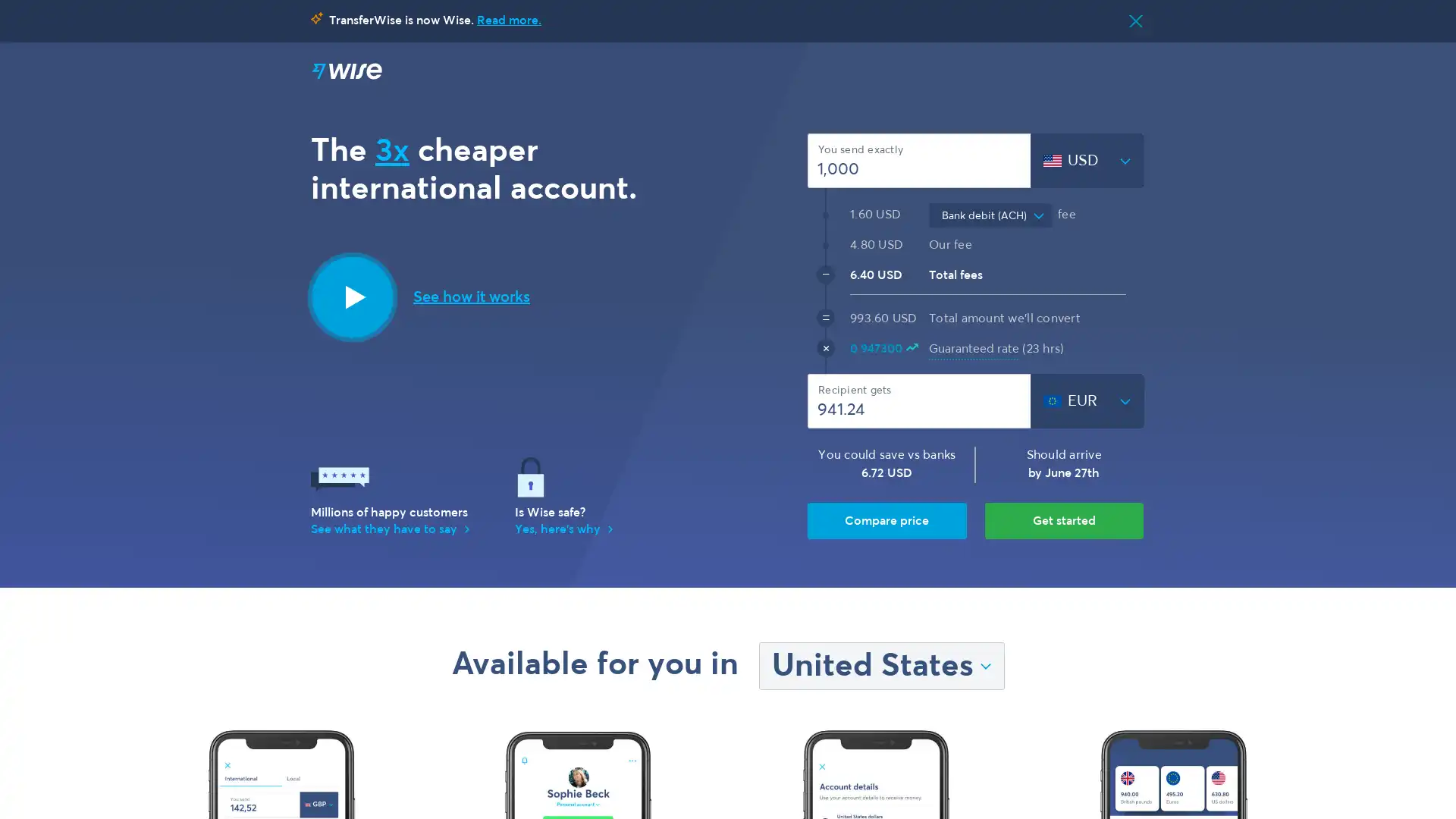 This screenshot has height=819, width=1456. Describe the element at coordinates (352, 296) in the screenshot. I see `Play video` at that location.